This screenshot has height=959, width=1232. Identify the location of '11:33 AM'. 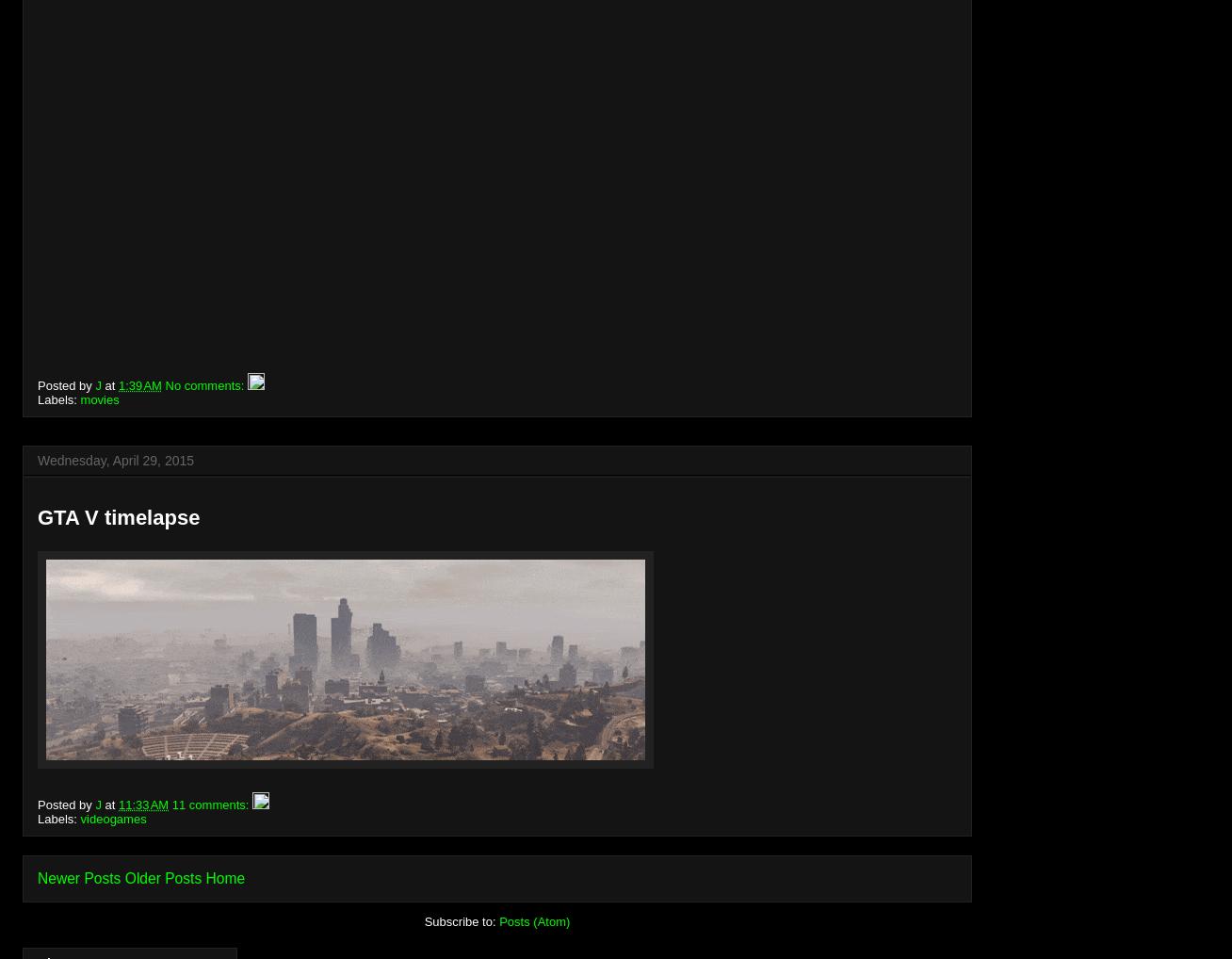
(142, 803).